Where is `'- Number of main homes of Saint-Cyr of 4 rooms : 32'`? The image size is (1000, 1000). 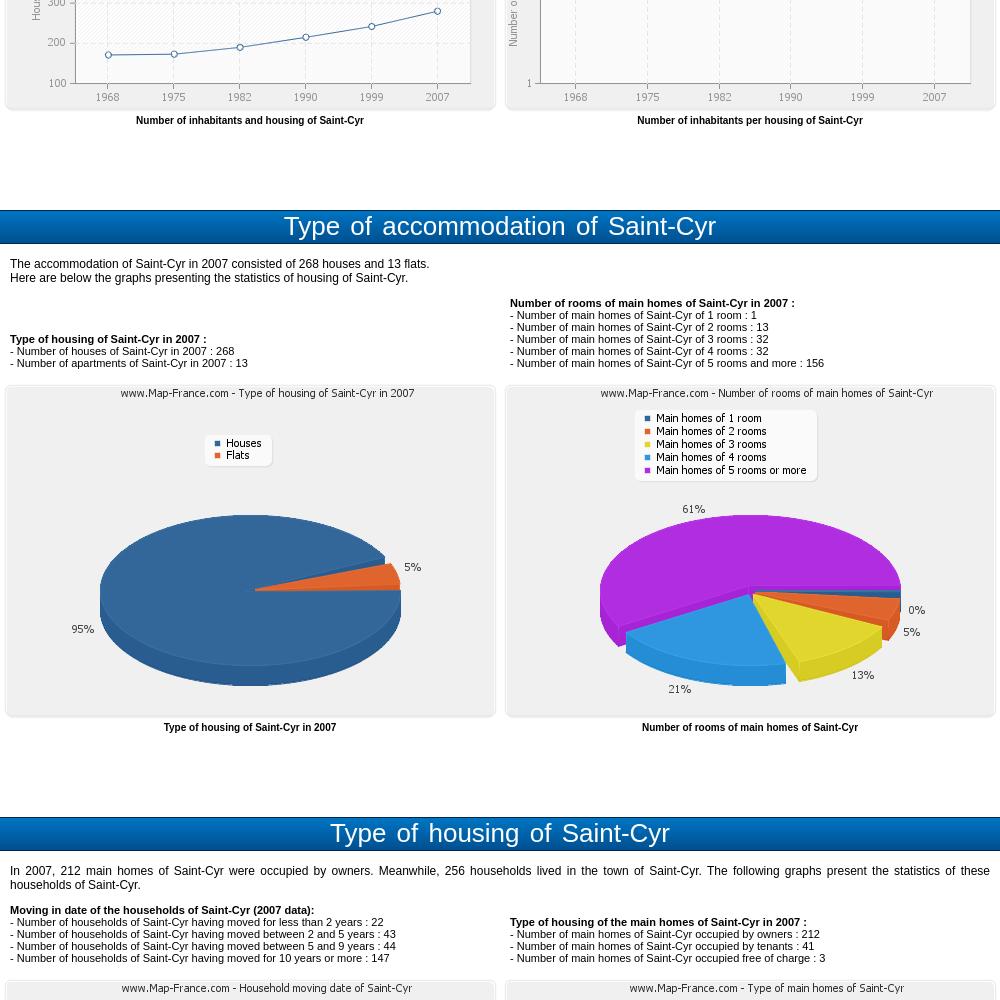 '- Number of main homes of Saint-Cyr of 4 rooms : 32' is located at coordinates (639, 350).